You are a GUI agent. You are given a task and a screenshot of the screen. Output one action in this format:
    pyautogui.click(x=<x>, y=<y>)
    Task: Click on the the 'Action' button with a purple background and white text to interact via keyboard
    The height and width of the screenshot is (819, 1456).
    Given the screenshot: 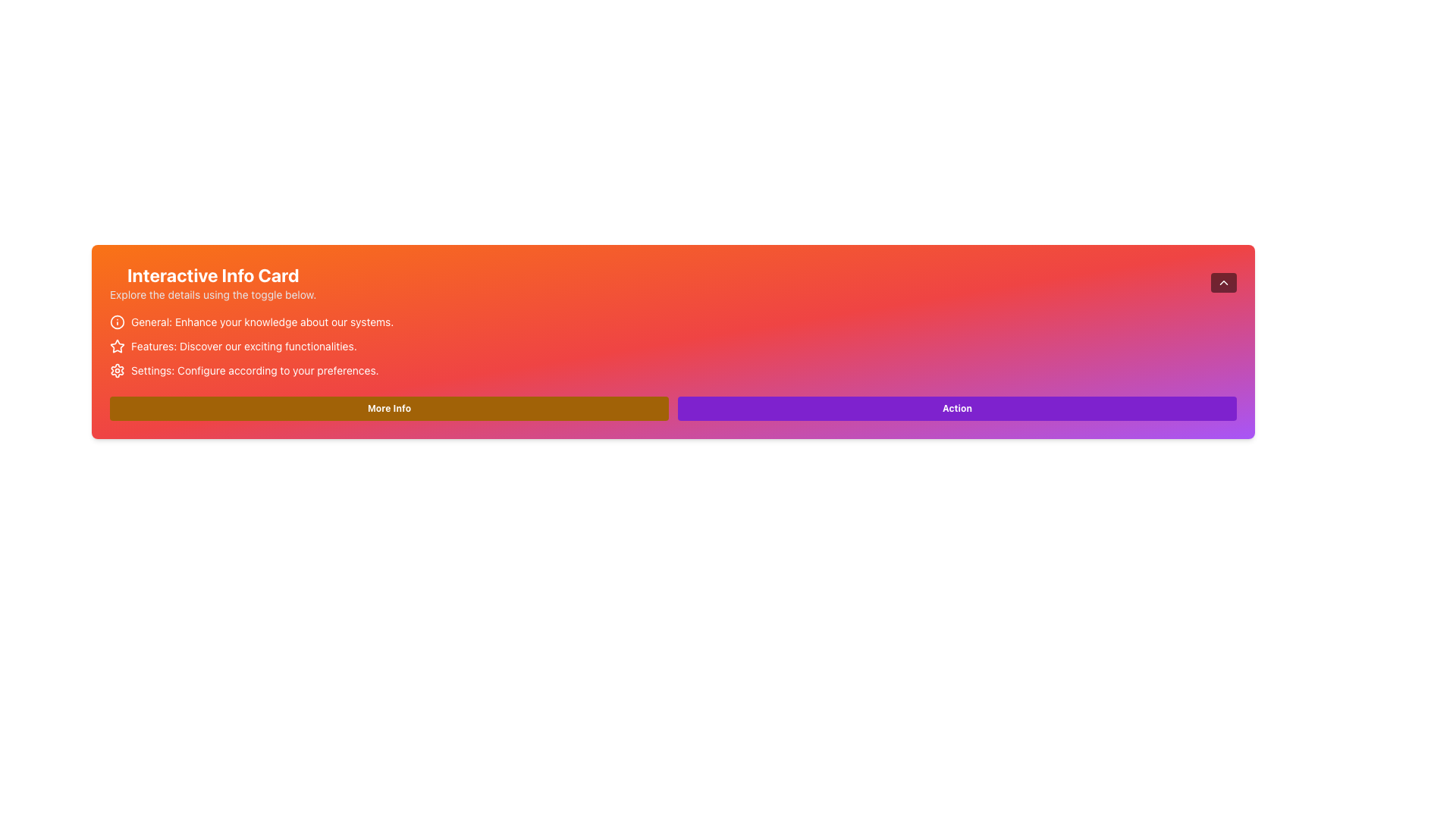 What is the action you would take?
    pyautogui.click(x=956, y=408)
    